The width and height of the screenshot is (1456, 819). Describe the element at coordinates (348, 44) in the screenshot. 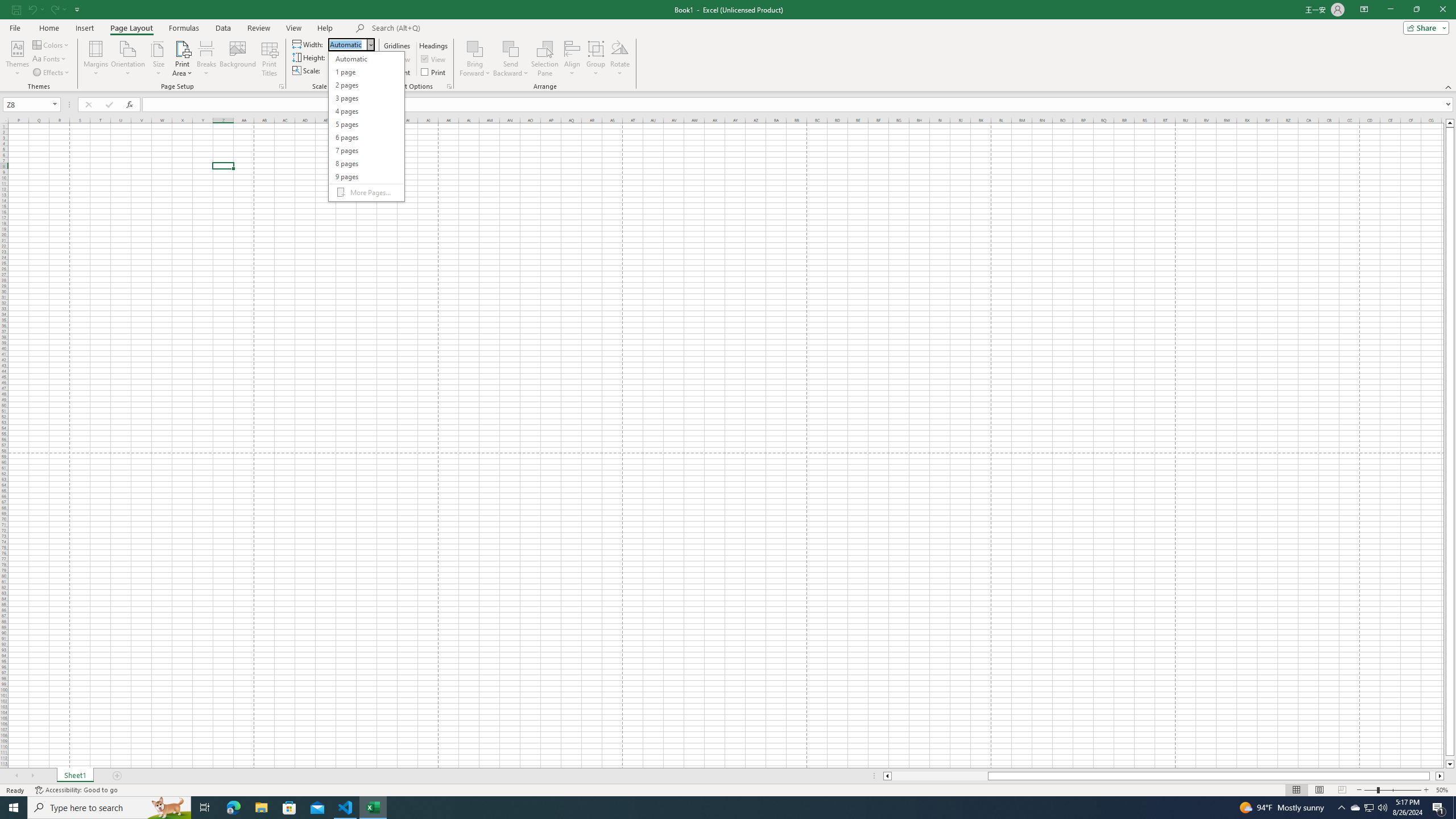

I see `'Width'` at that location.